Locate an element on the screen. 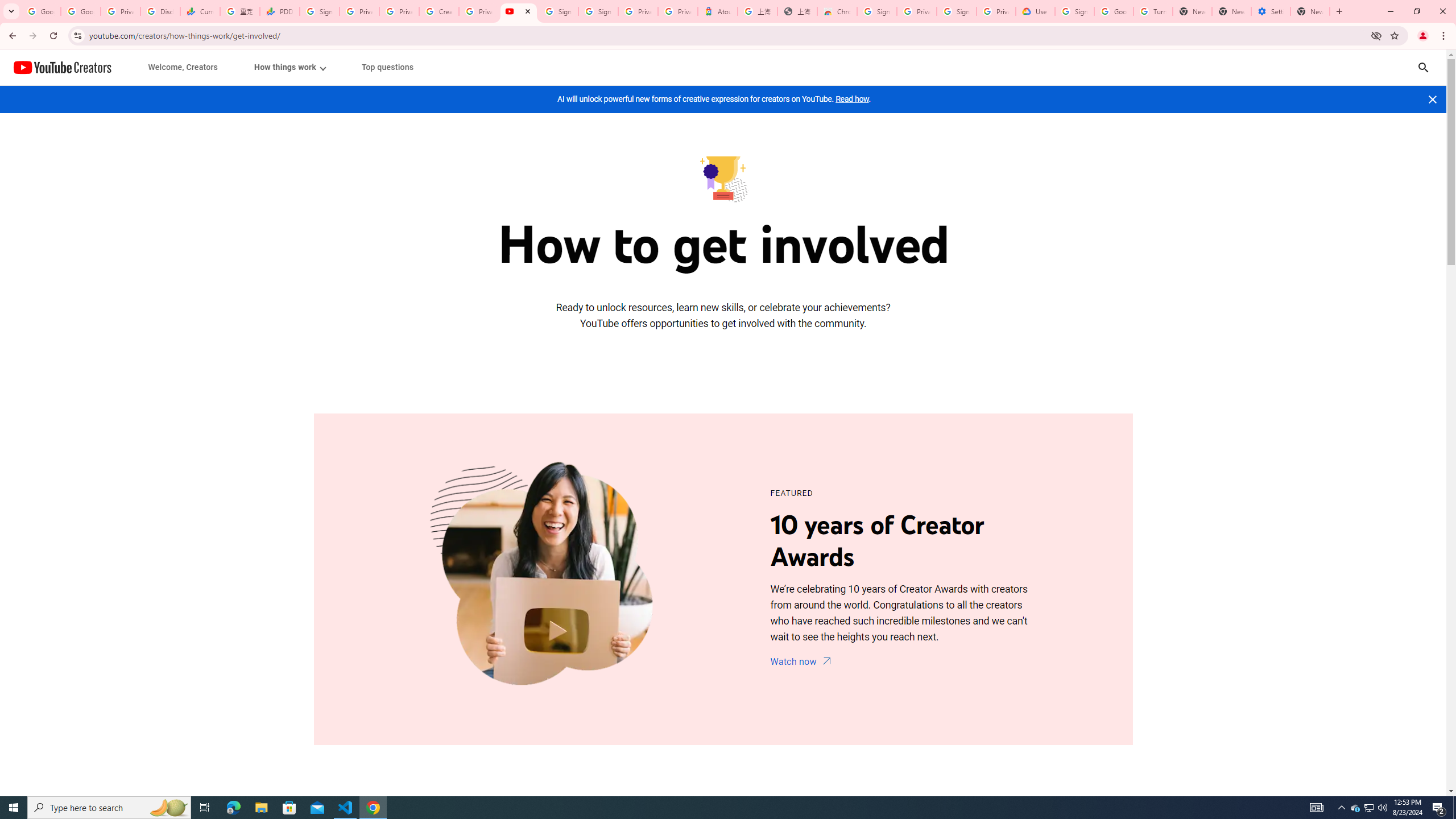 This screenshot has width=1456, height=819. 'Content Creator Programs & Opportunities - YouTube Creators' is located at coordinates (518, 11).